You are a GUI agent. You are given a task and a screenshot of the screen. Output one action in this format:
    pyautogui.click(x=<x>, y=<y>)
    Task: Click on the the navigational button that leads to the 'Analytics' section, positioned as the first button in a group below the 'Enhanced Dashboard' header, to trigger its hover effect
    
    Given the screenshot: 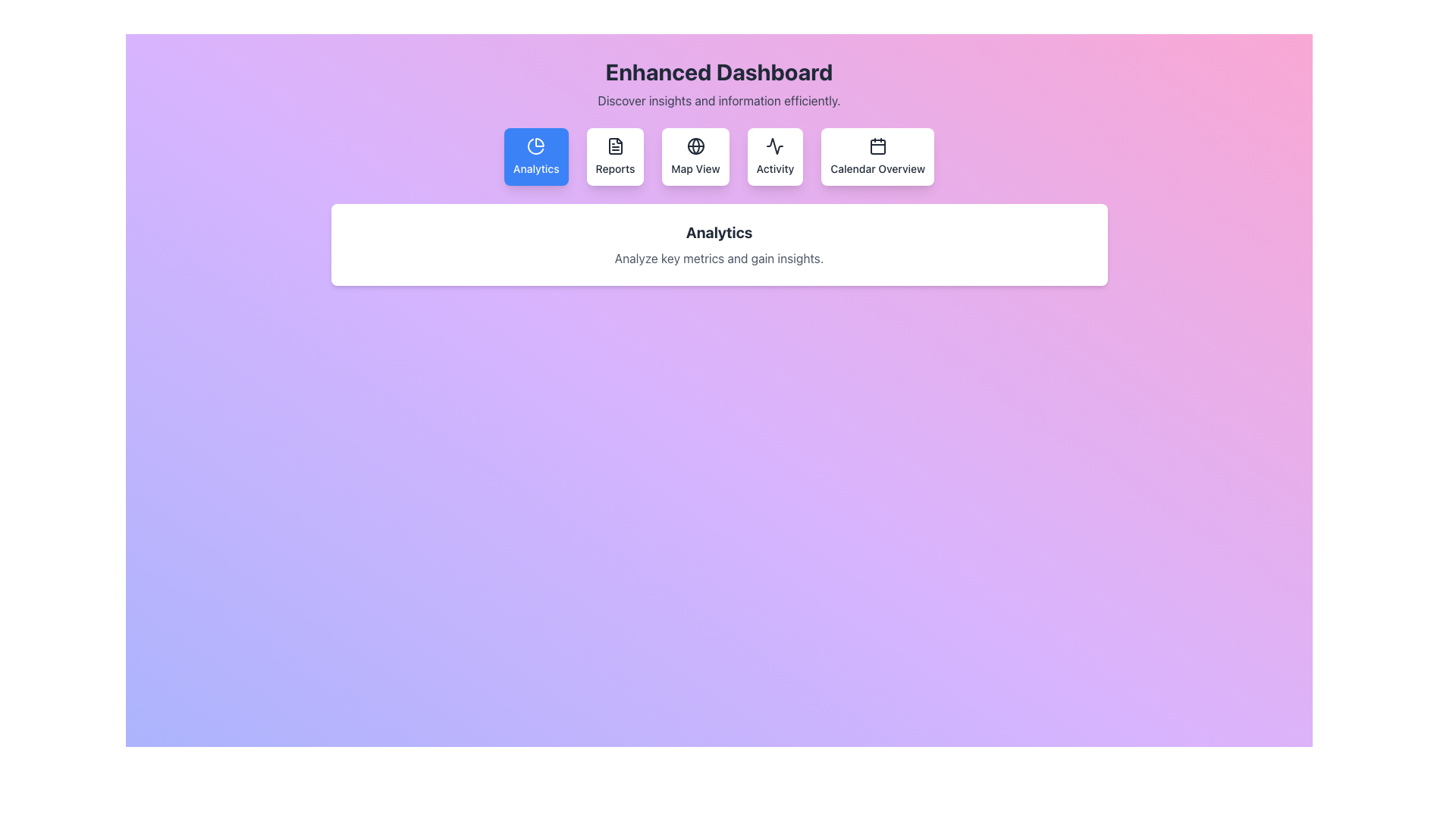 What is the action you would take?
    pyautogui.click(x=536, y=157)
    